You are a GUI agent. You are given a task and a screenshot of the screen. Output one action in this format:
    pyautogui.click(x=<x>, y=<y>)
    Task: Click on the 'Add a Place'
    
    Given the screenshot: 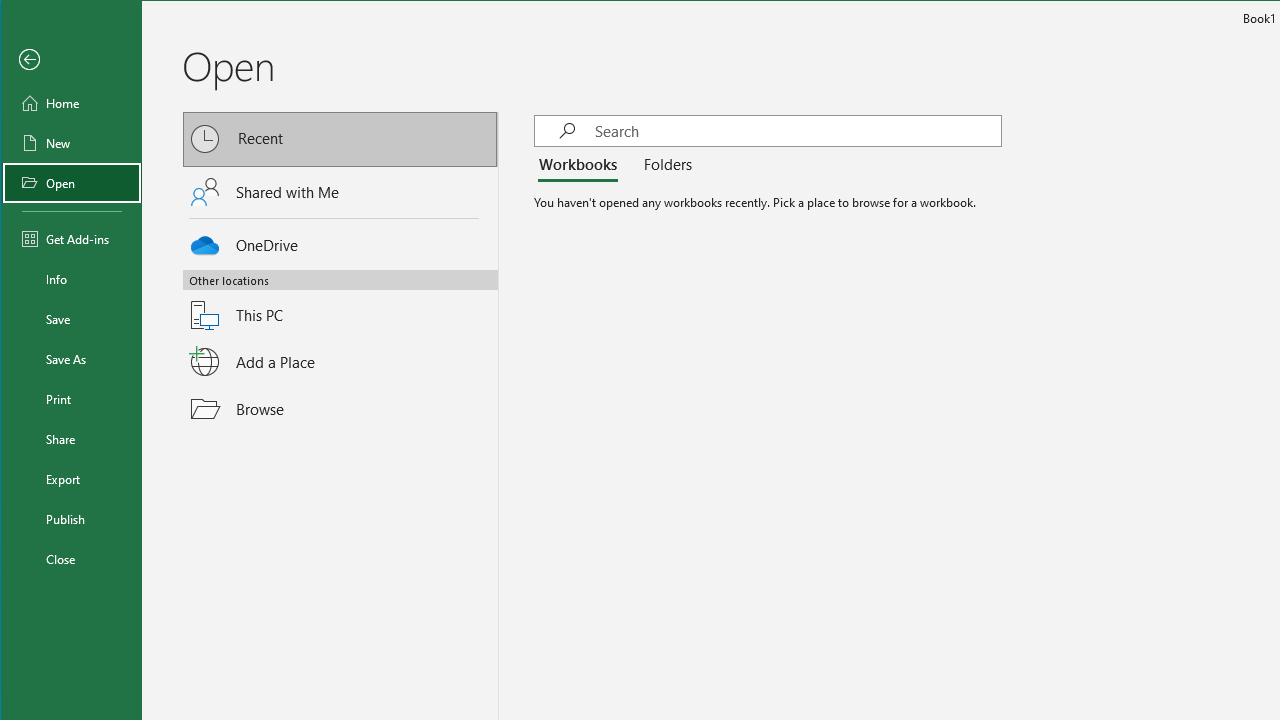 What is the action you would take?
    pyautogui.click(x=341, y=361)
    